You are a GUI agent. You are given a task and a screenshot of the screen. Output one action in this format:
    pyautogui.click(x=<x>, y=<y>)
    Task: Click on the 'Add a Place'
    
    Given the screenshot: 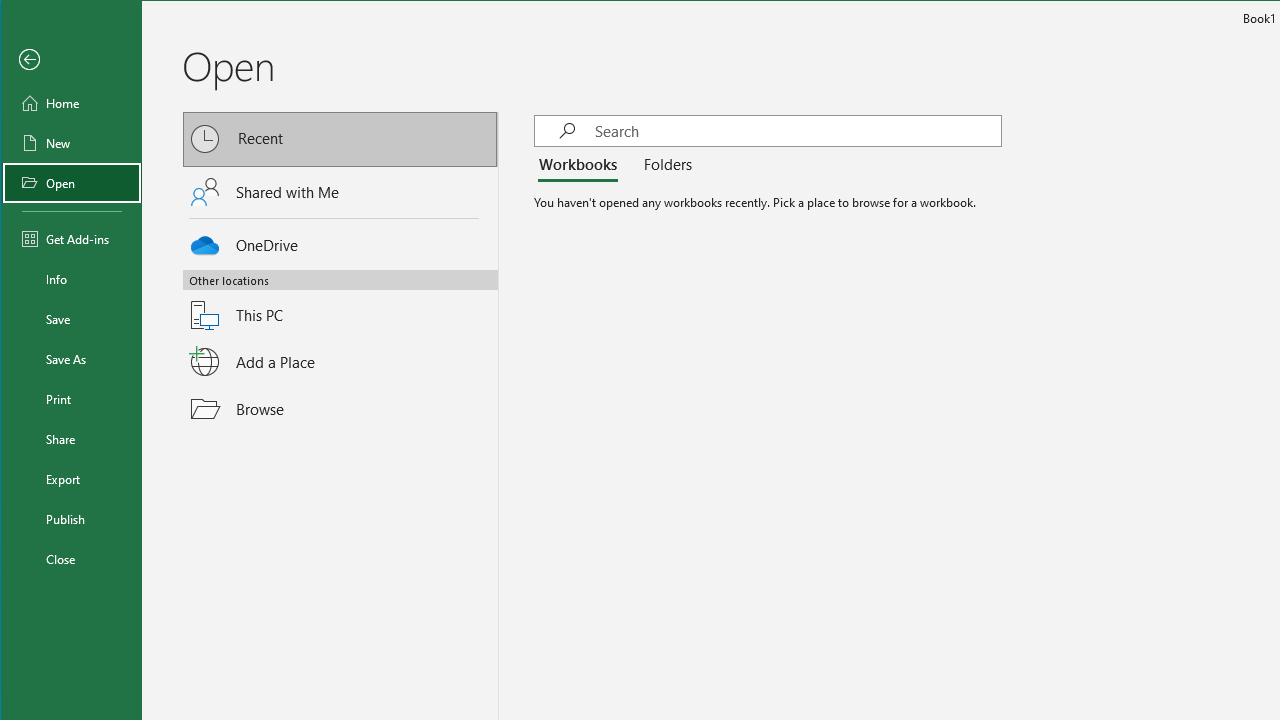 What is the action you would take?
    pyautogui.click(x=341, y=361)
    